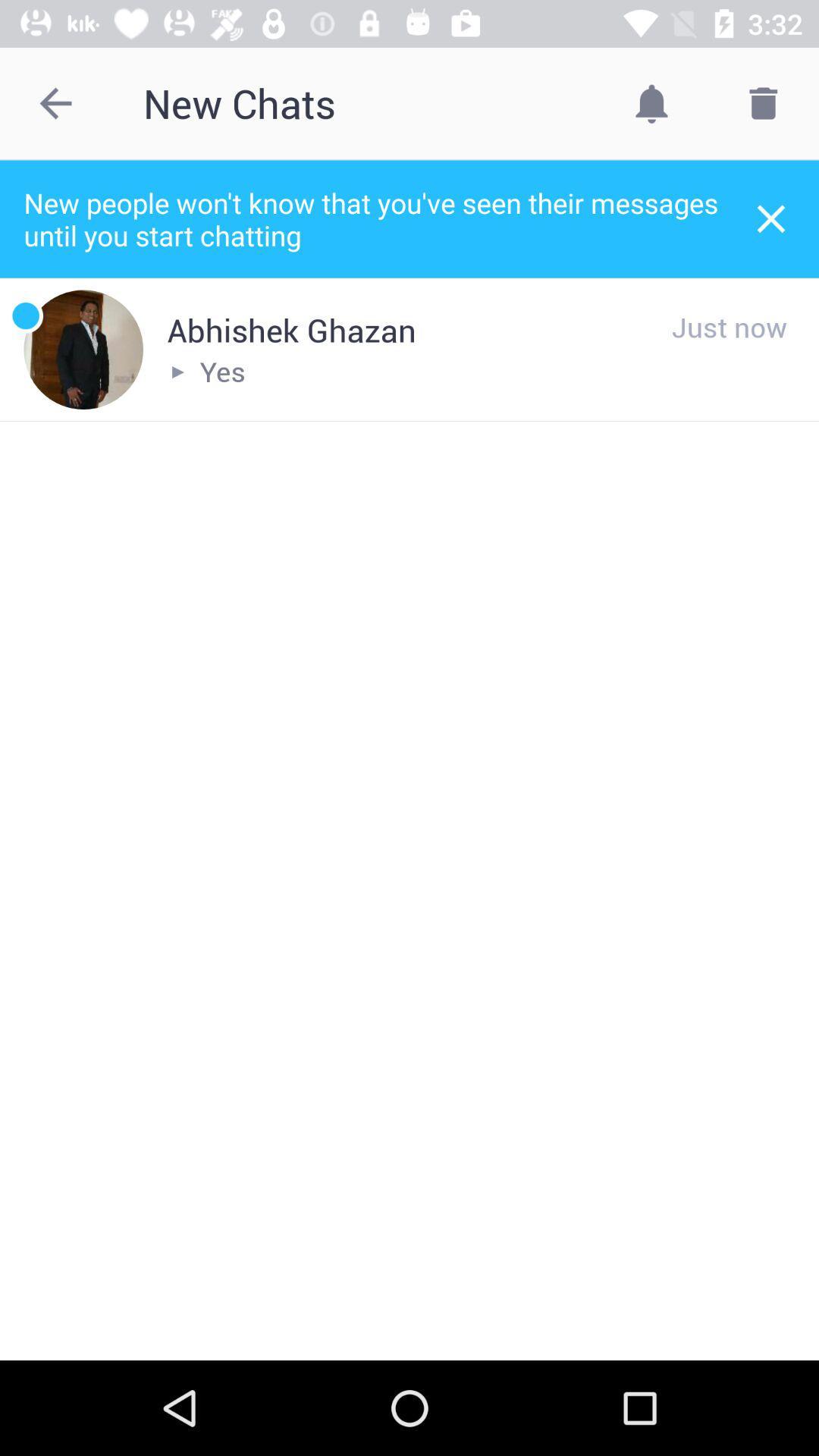 The width and height of the screenshot is (819, 1456). I want to click on icon next to the new people won icon, so click(771, 218).